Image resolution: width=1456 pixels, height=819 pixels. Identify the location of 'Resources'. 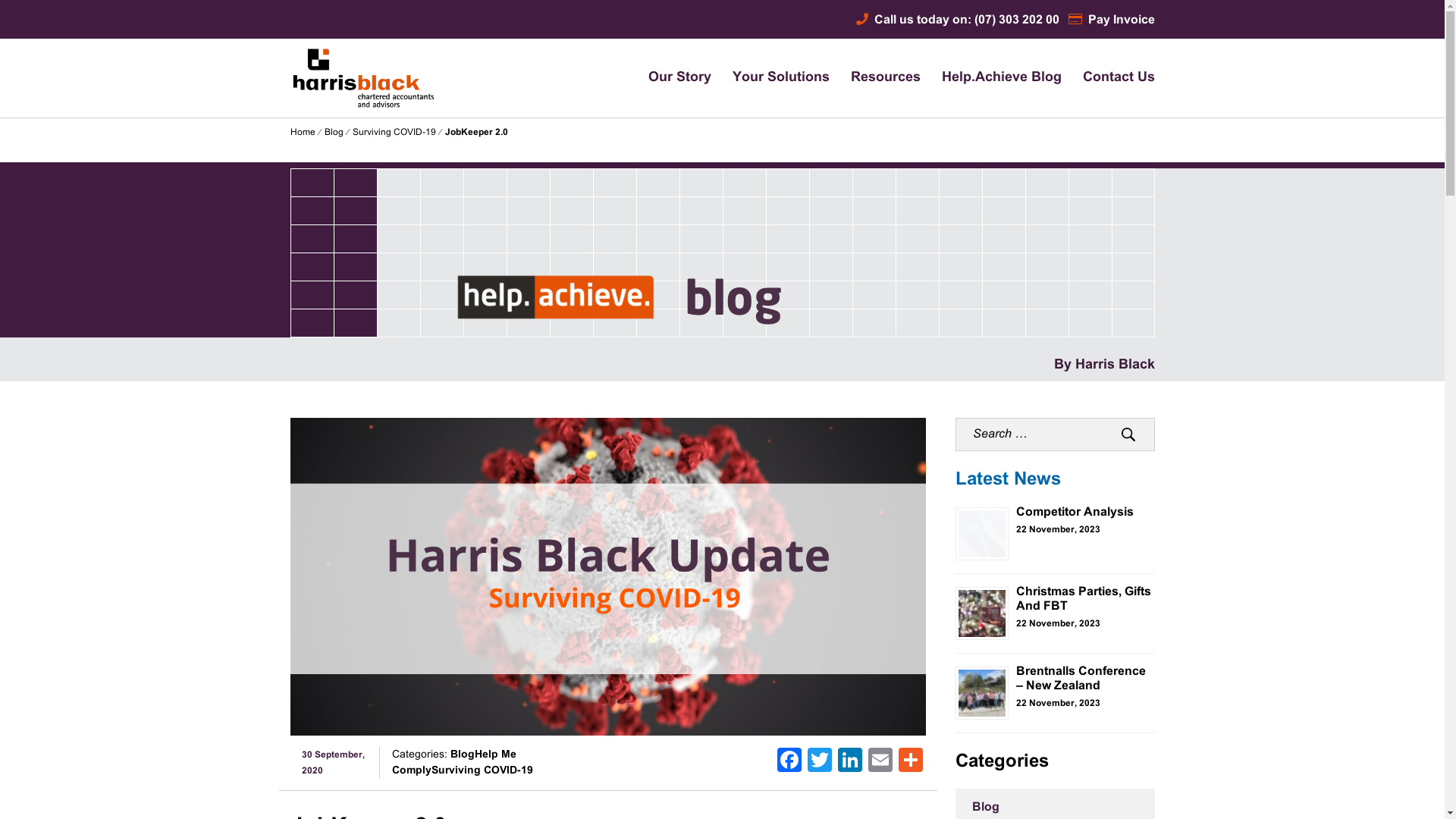
(851, 78).